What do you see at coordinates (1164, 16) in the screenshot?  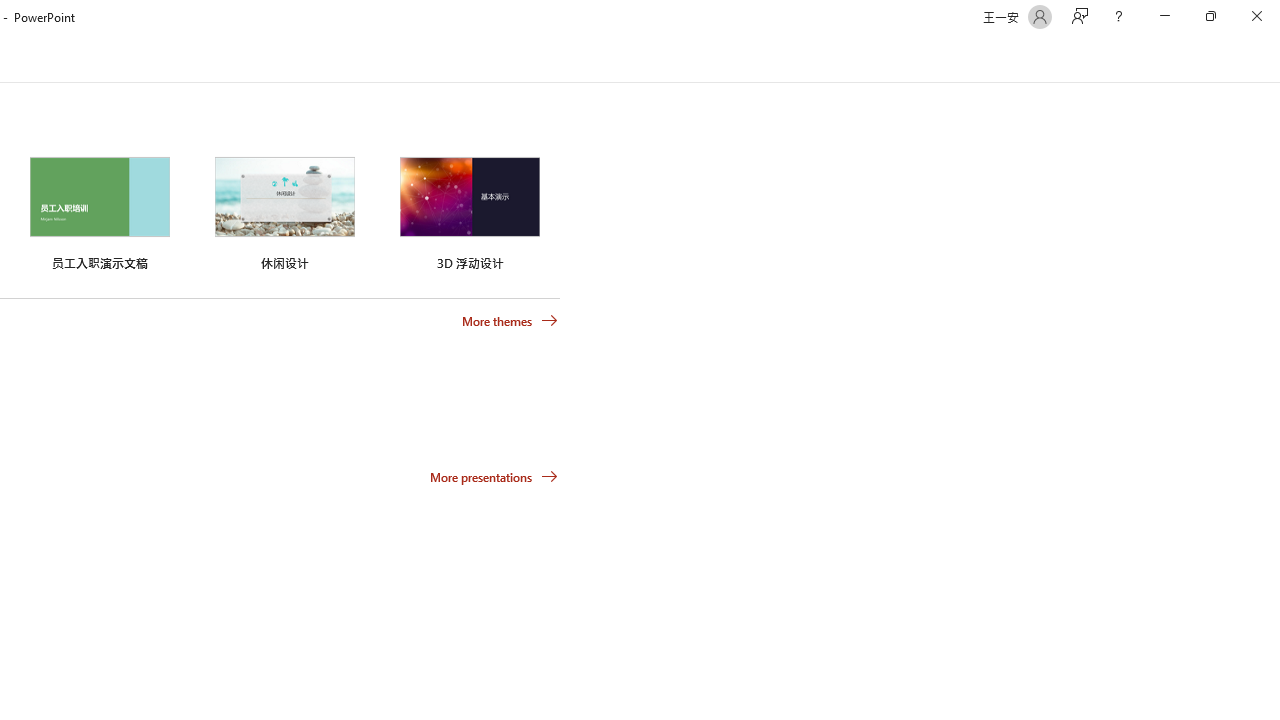 I see `'Minimize'` at bounding box center [1164, 16].